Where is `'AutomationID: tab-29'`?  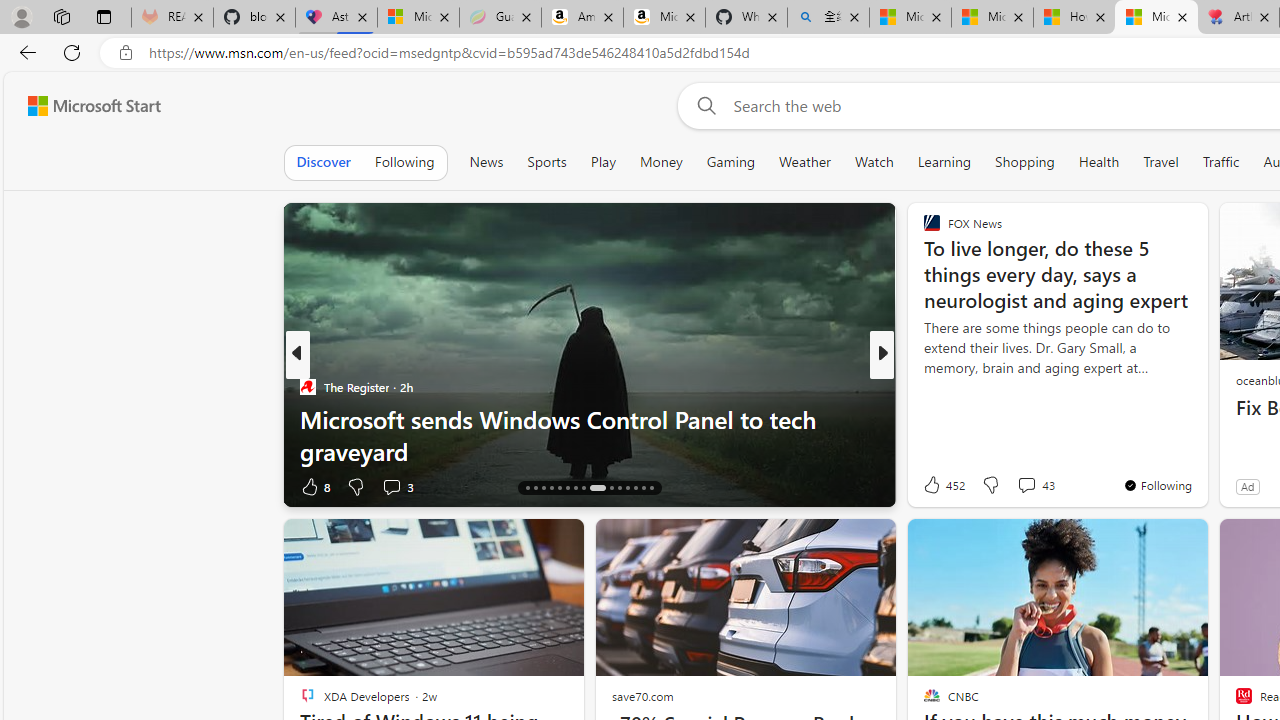 'AutomationID: tab-29' is located at coordinates (643, 488).